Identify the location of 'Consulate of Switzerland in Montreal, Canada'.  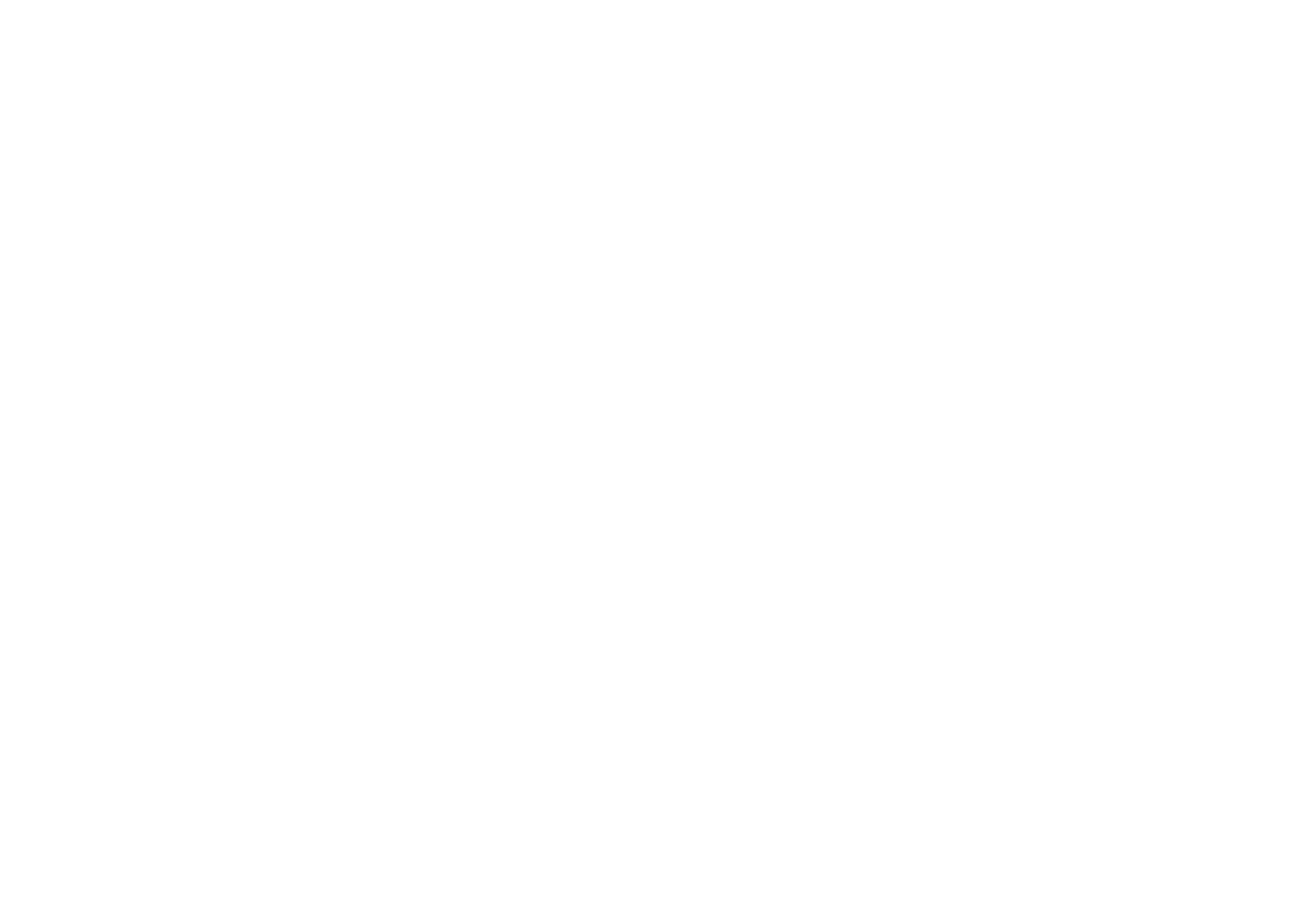
(167, 868).